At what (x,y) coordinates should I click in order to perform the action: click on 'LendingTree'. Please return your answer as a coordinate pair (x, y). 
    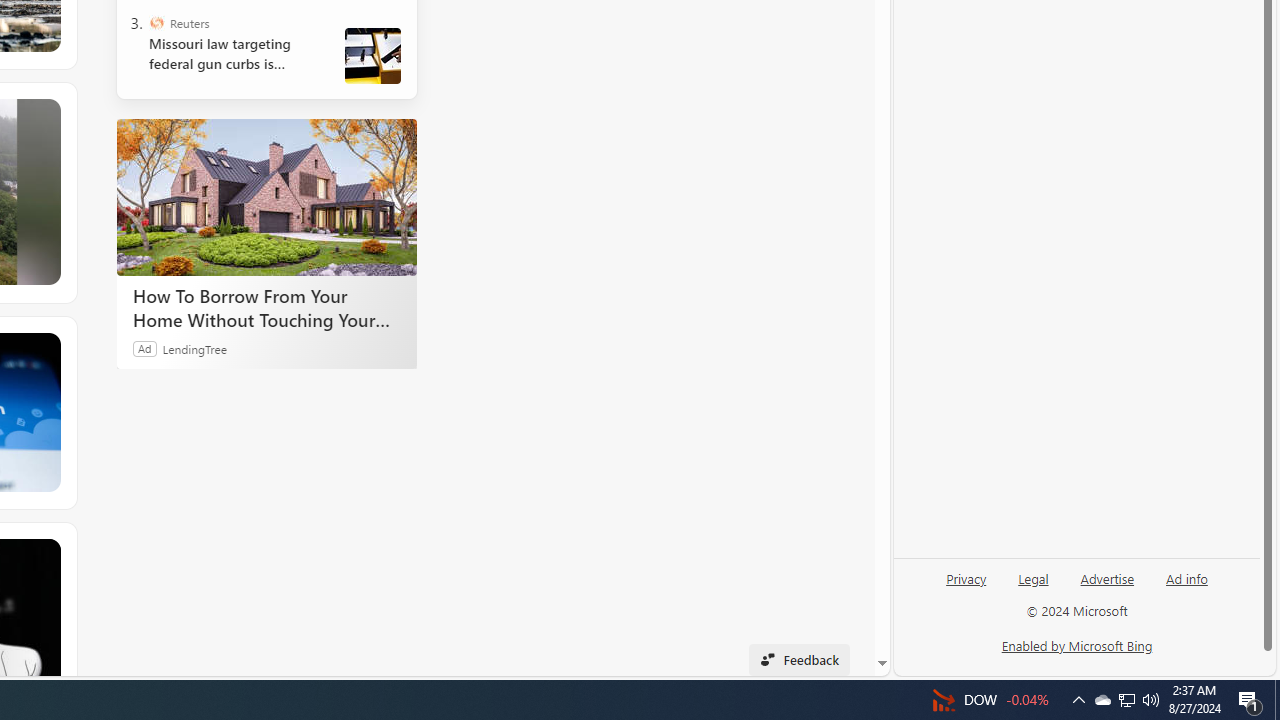
    Looking at the image, I should click on (195, 347).